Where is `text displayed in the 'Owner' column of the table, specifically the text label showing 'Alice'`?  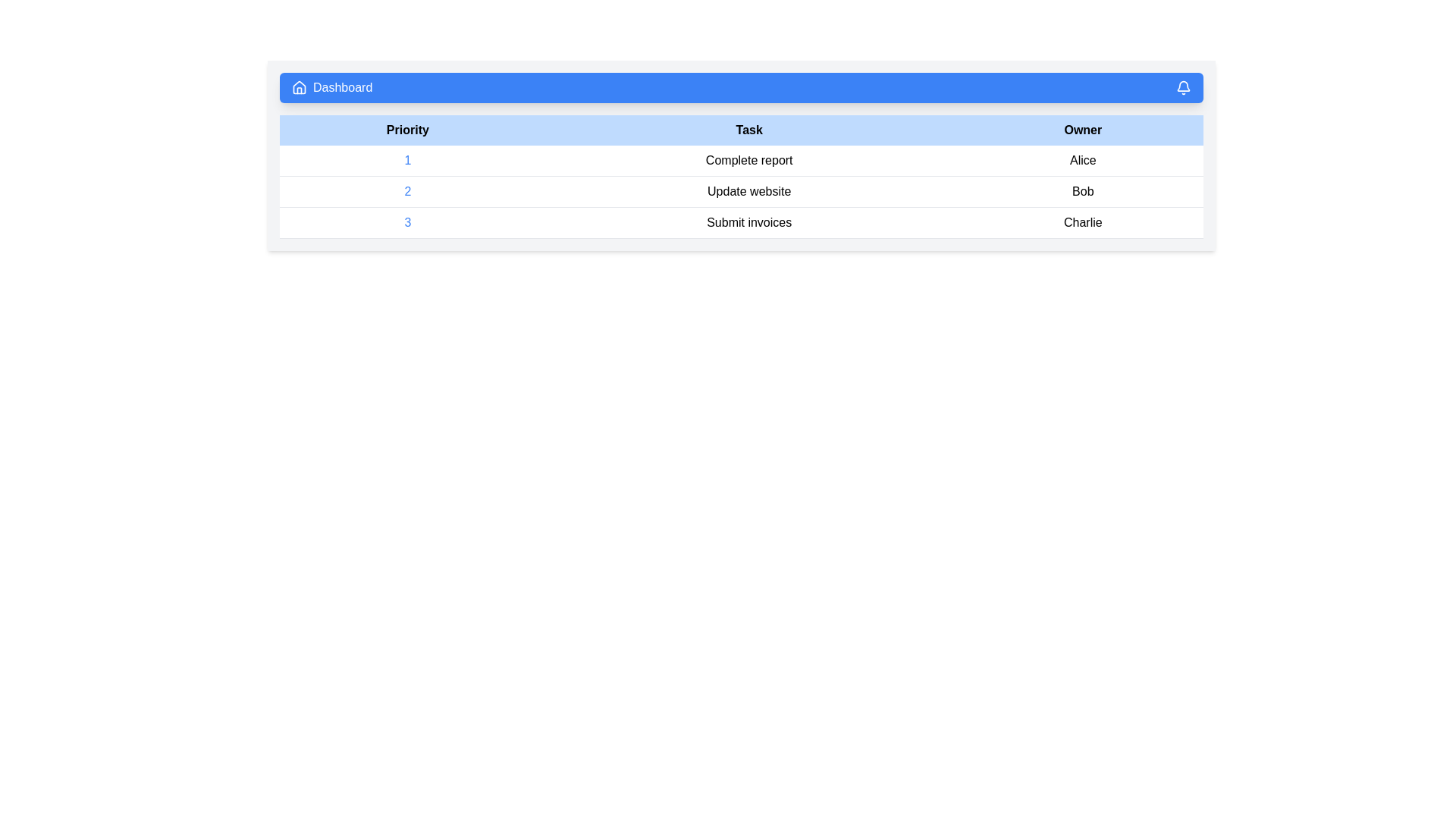 text displayed in the 'Owner' column of the table, specifically the text label showing 'Alice' is located at coordinates (1082, 161).